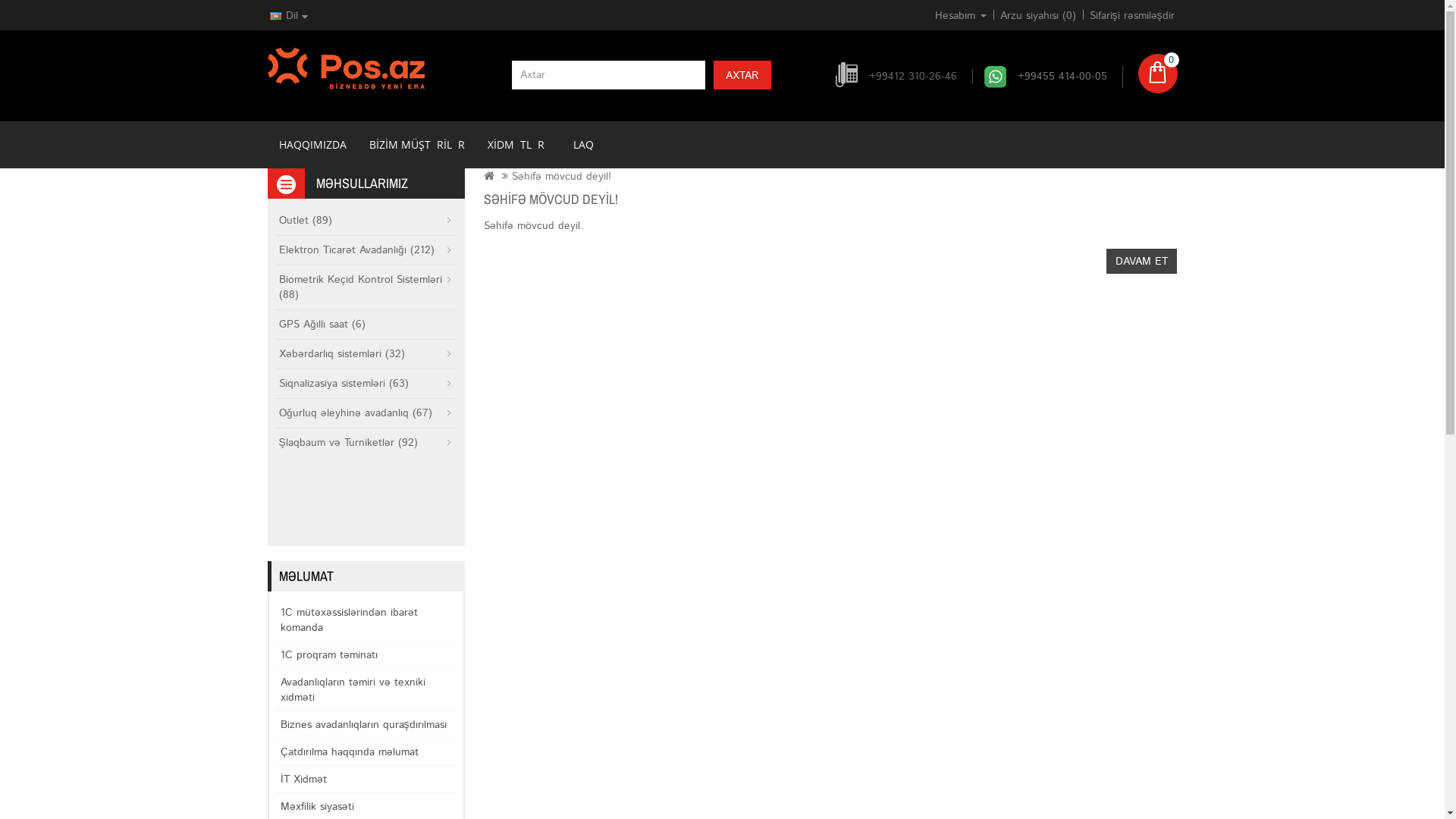 This screenshot has height=819, width=1456. I want to click on 'POS.AZ', so click(344, 67).